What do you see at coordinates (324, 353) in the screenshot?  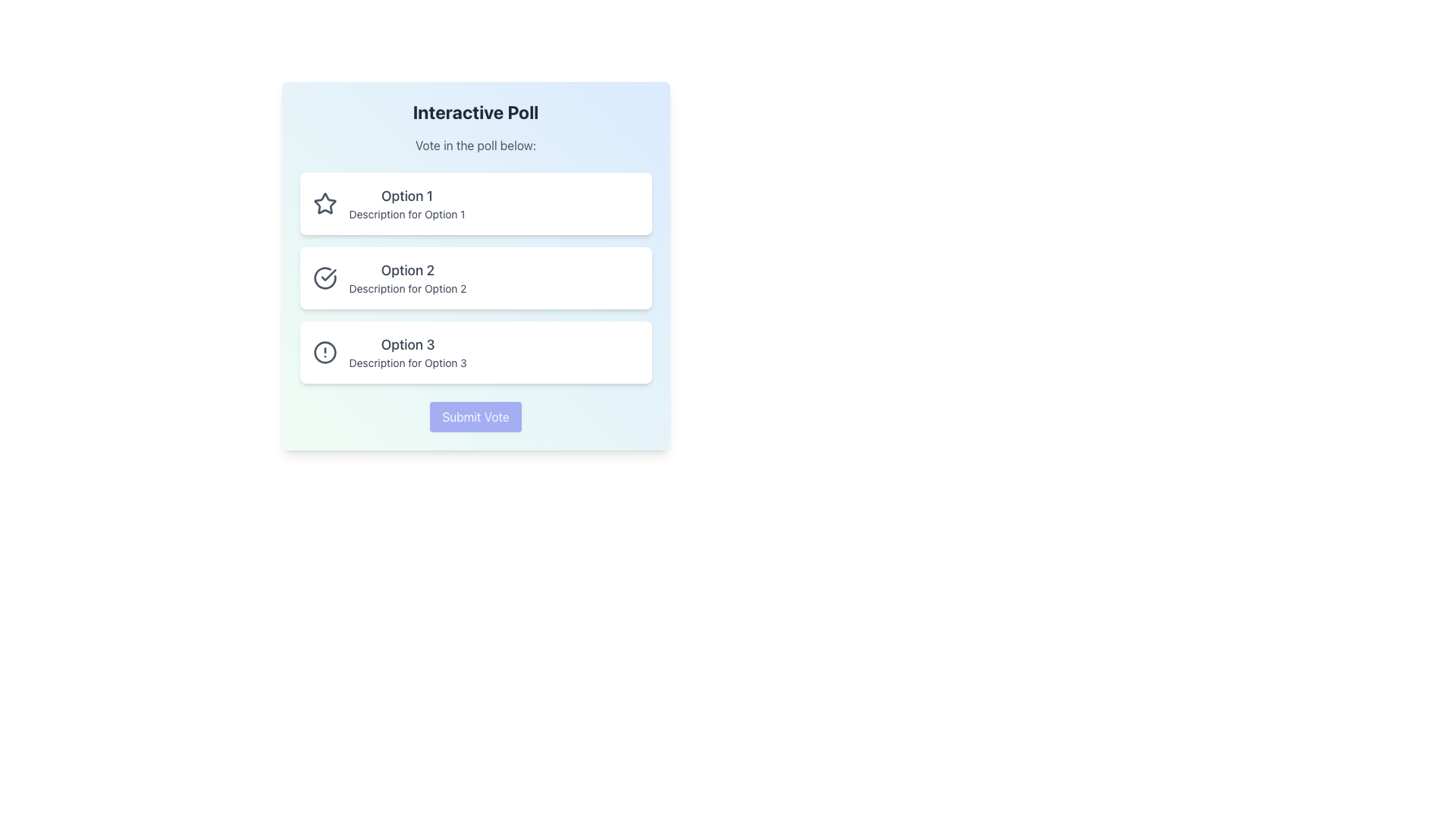 I see `the circular icon with a bold stroke and central exclamation mark located to the left of the descriptive text for 'Option 3' in the voting choices list` at bounding box center [324, 353].